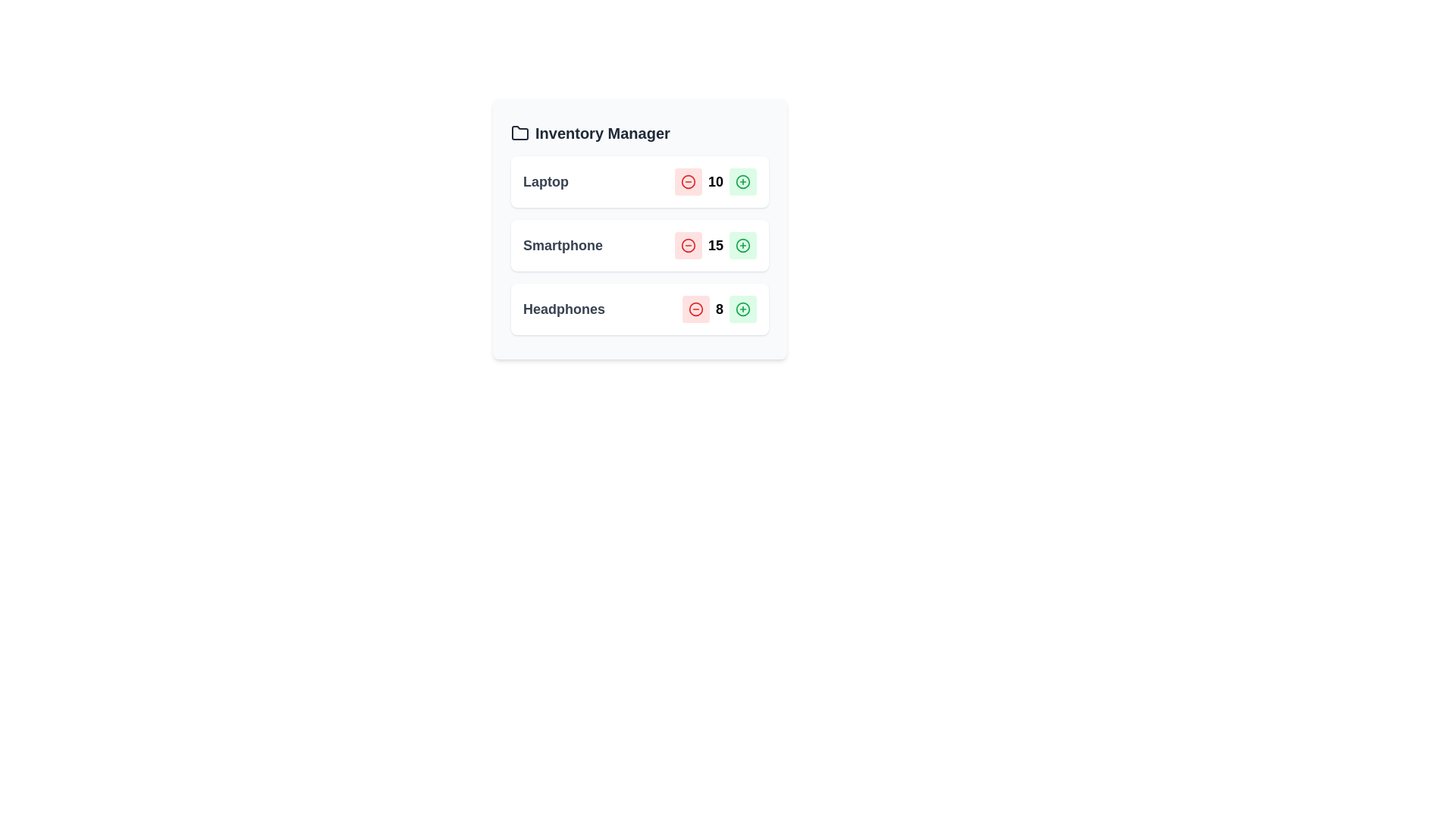 This screenshot has height=819, width=1456. Describe the element at coordinates (563, 309) in the screenshot. I see `the item with name Headphones` at that location.